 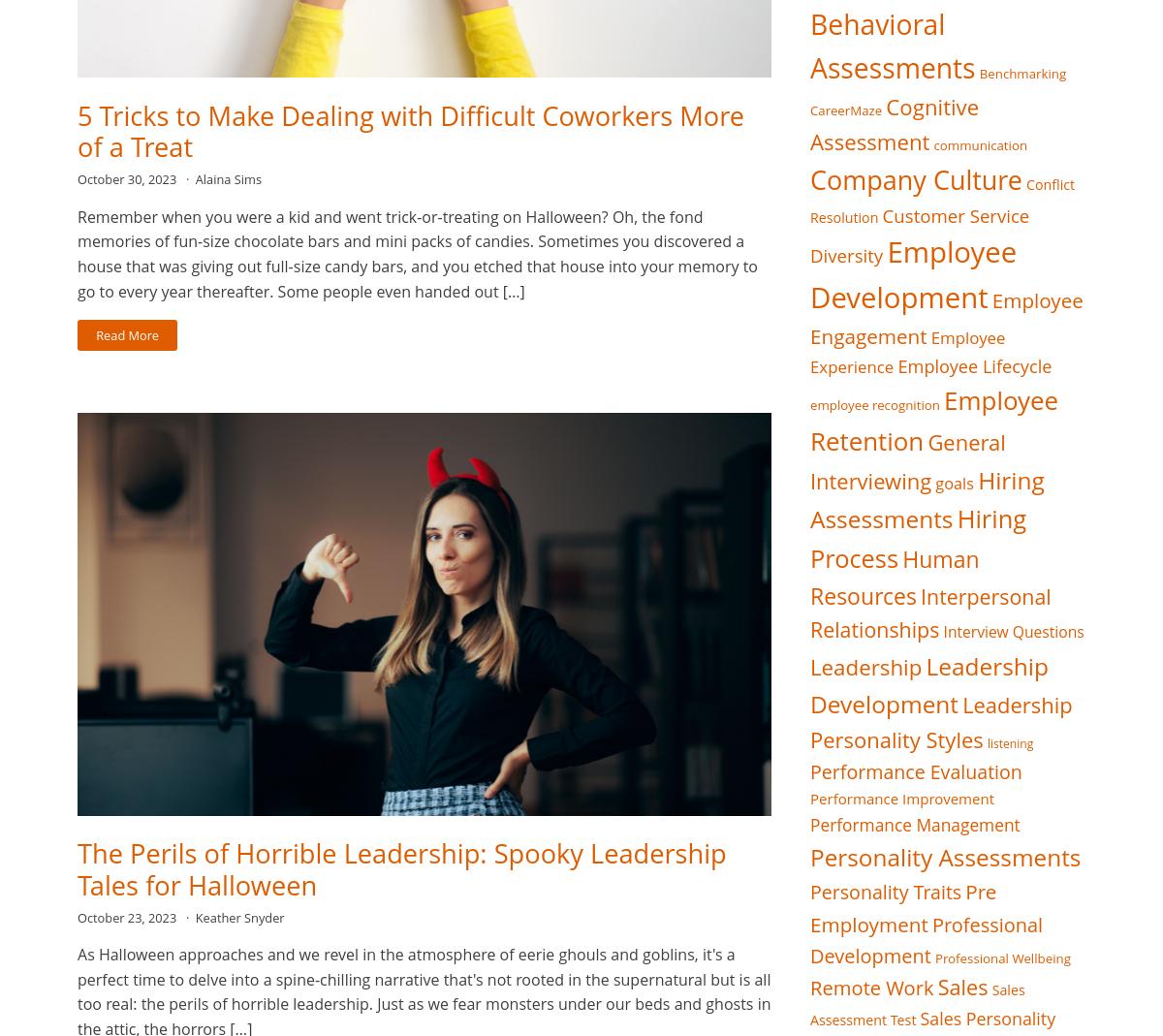 What do you see at coordinates (915, 823) in the screenshot?
I see `'Performance Management'` at bounding box center [915, 823].